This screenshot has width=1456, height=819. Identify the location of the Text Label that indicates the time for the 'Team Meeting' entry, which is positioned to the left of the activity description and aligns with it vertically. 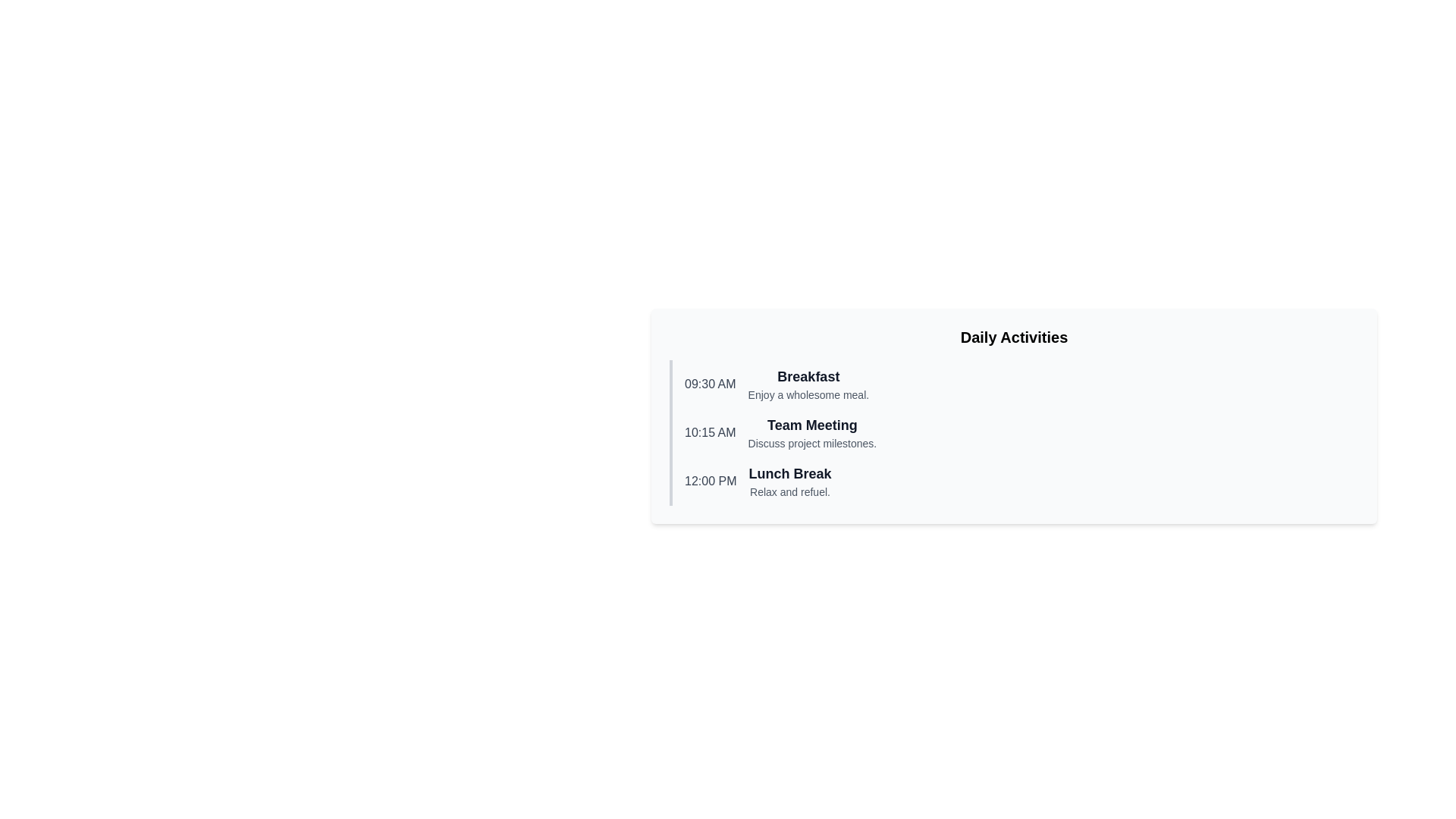
(709, 432).